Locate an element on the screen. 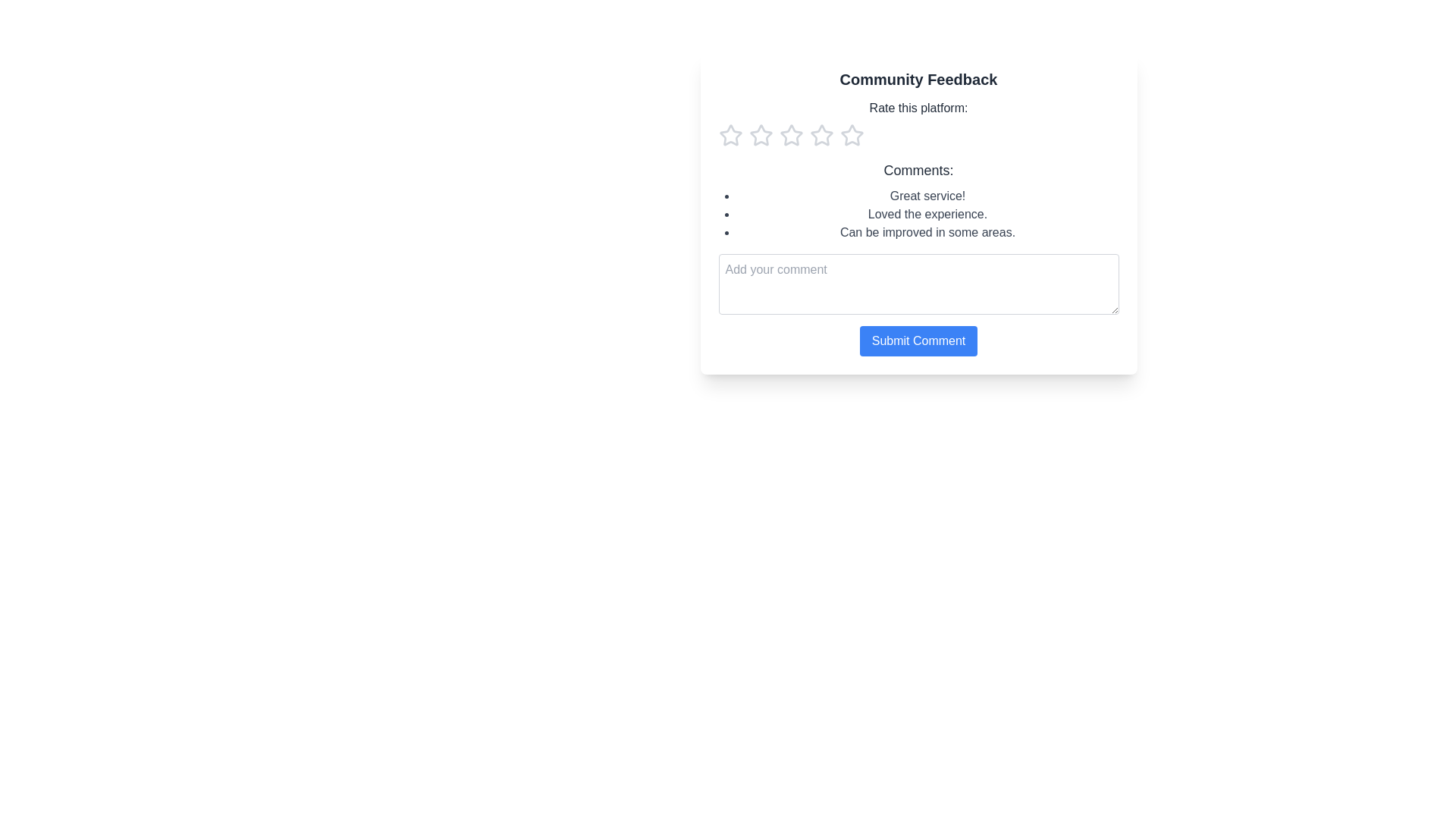 This screenshot has height=819, width=1456. the header text label indicating the start of the comments section, which is positioned below the rating stars and above the list of user comments is located at coordinates (918, 170).